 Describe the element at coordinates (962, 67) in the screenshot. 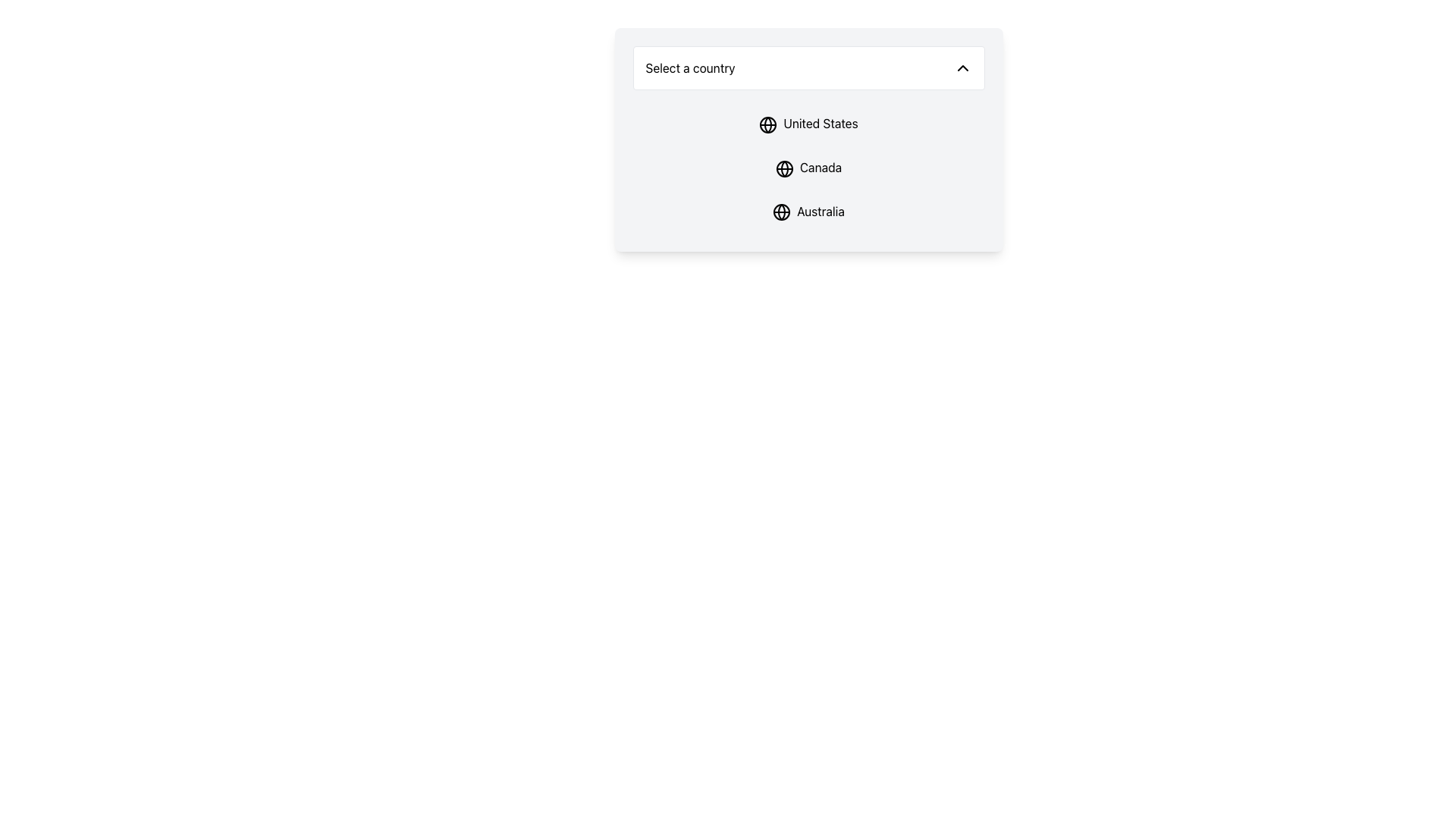

I see `the chevron-shaped upward arrow icon located at the far-right end of the 'Select a country' text field` at that location.